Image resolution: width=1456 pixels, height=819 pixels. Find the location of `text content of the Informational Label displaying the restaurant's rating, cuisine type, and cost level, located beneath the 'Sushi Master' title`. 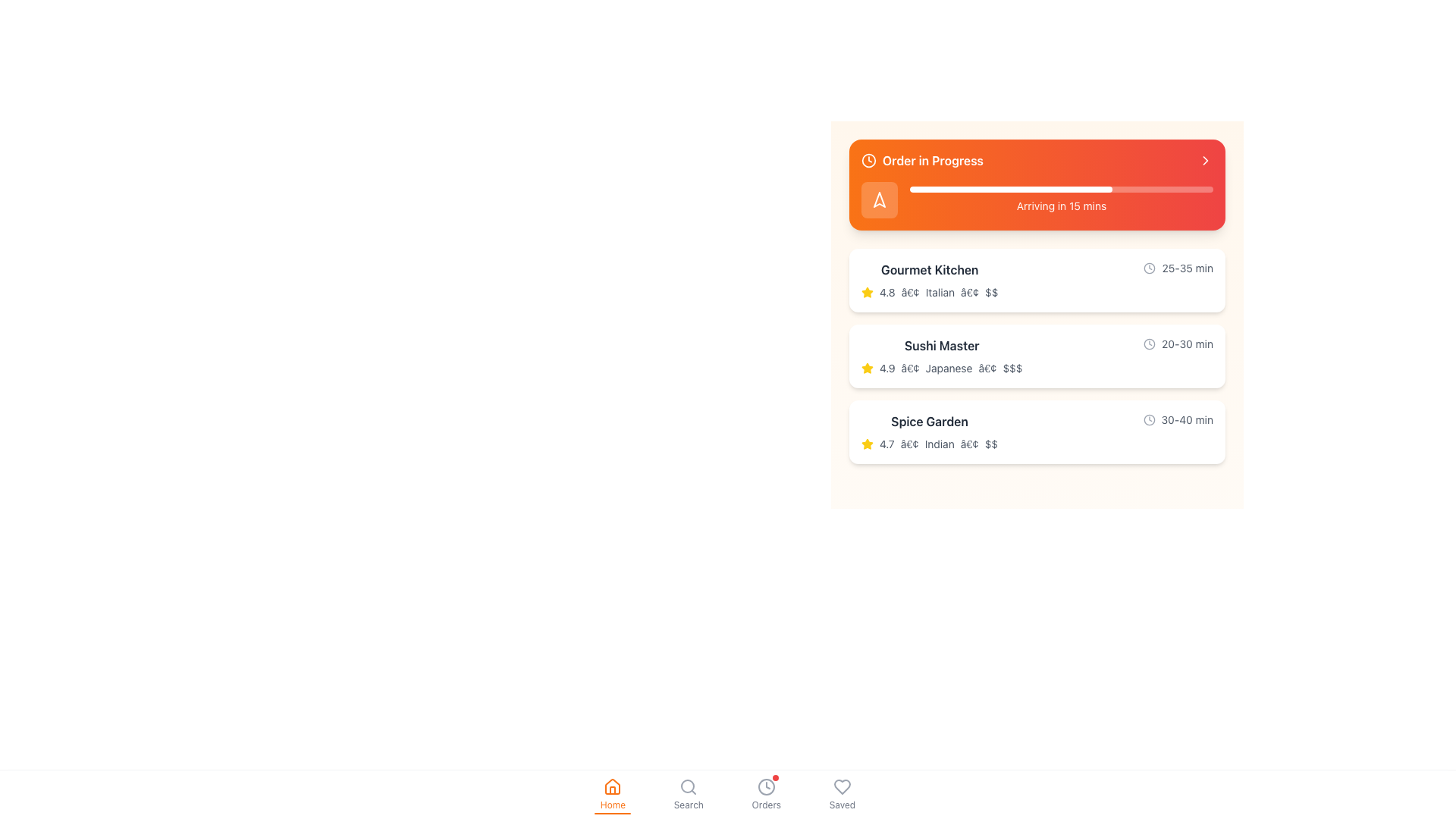

text content of the Informational Label displaying the restaurant's rating, cuisine type, and cost level, located beneath the 'Sushi Master' title is located at coordinates (941, 369).